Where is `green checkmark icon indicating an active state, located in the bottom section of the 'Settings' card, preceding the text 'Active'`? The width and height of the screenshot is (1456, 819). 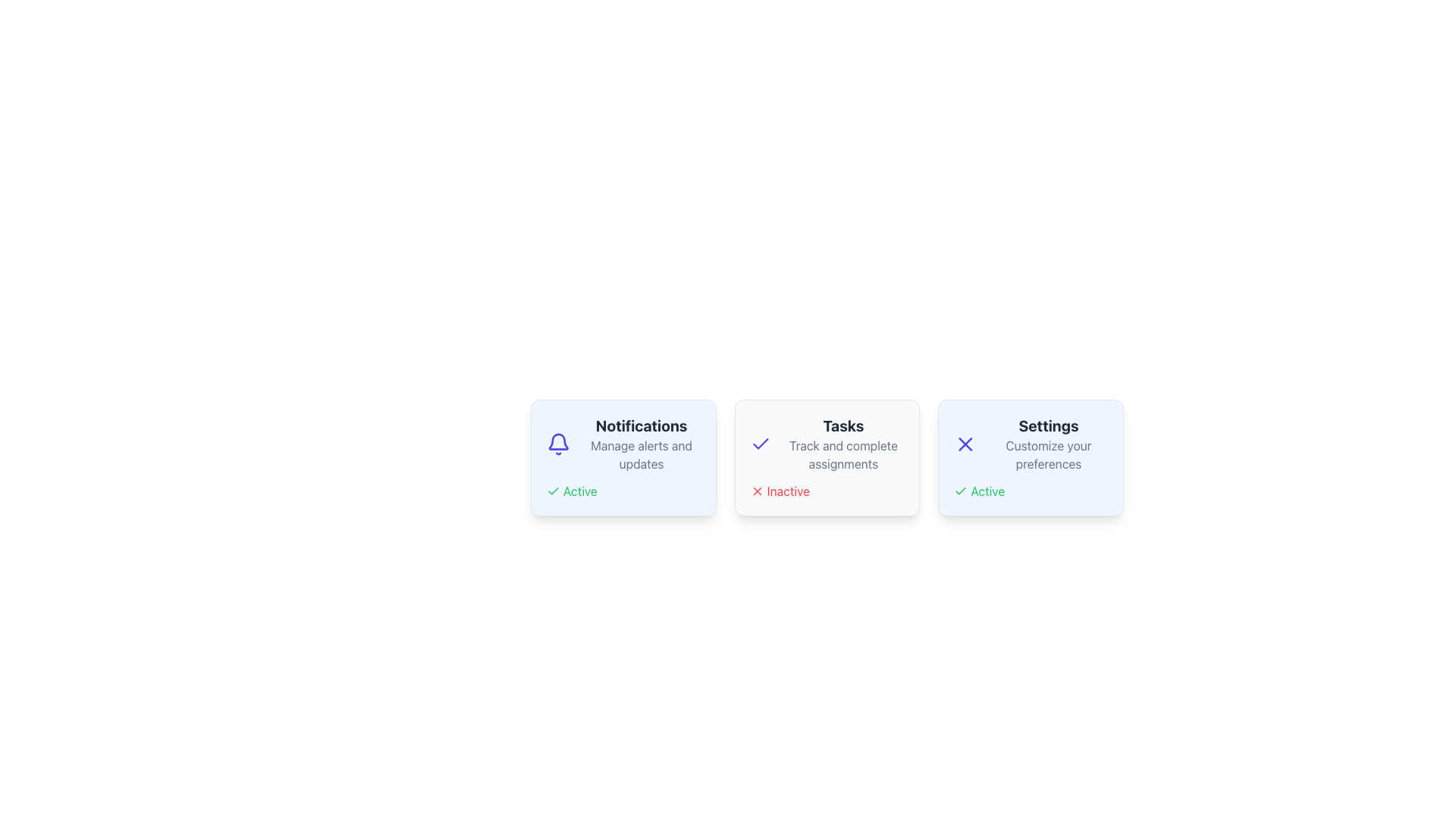 green checkmark icon indicating an active state, located in the bottom section of the 'Settings' card, preceding the text 'Active' is located at coordinates (960, 491).